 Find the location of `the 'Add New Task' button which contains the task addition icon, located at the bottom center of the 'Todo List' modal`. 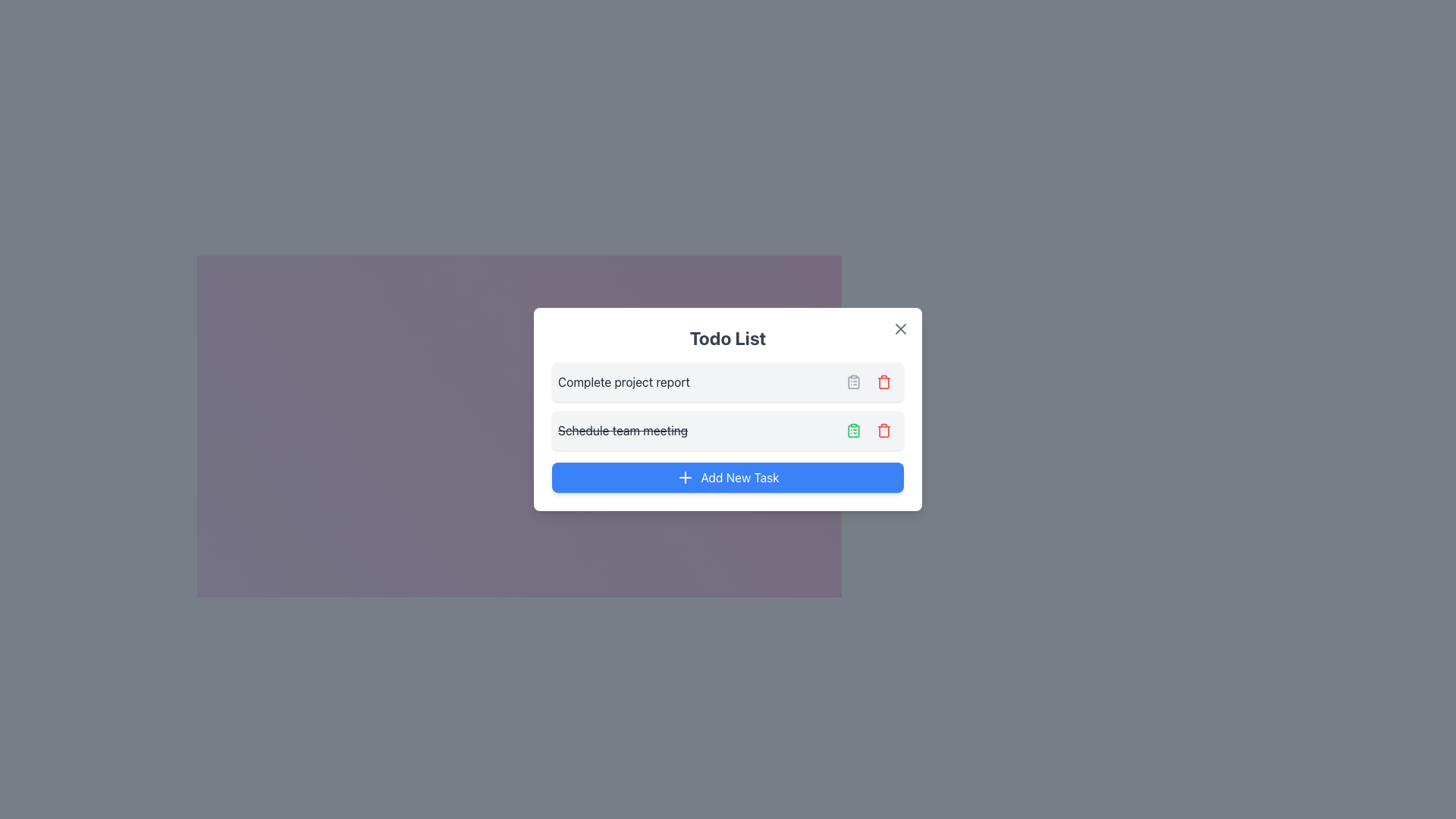

the 'Add New Task' button which contains the task addition icon, located at the bottom center of the 'Todo List' modal is located at coordinates (685, 476).